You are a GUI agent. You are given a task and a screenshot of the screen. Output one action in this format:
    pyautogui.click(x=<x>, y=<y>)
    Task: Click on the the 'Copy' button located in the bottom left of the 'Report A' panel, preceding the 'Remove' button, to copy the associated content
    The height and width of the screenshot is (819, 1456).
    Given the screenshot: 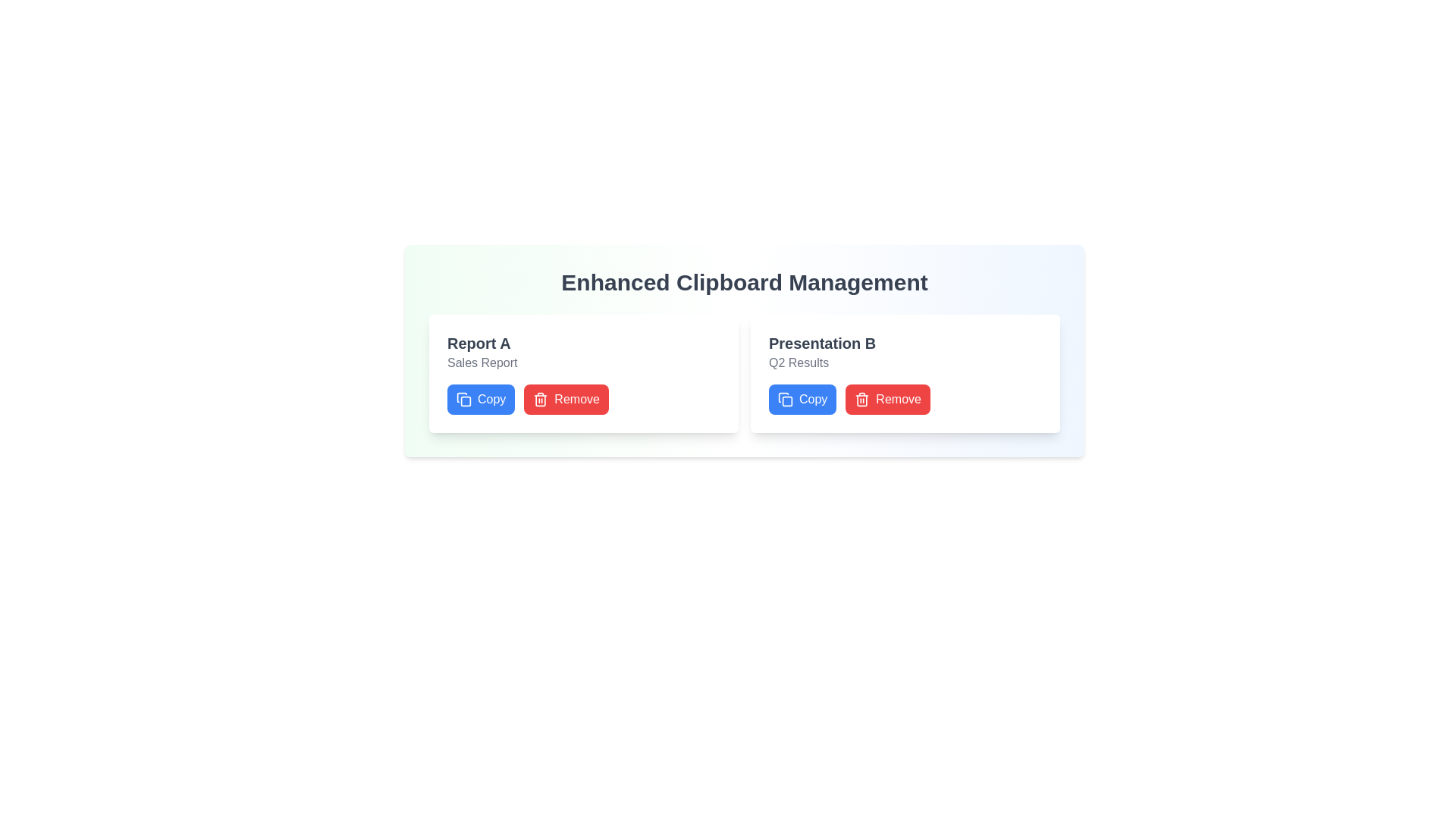 What is the action you would take?
    pyautogui.click(x=479, y=399)
    